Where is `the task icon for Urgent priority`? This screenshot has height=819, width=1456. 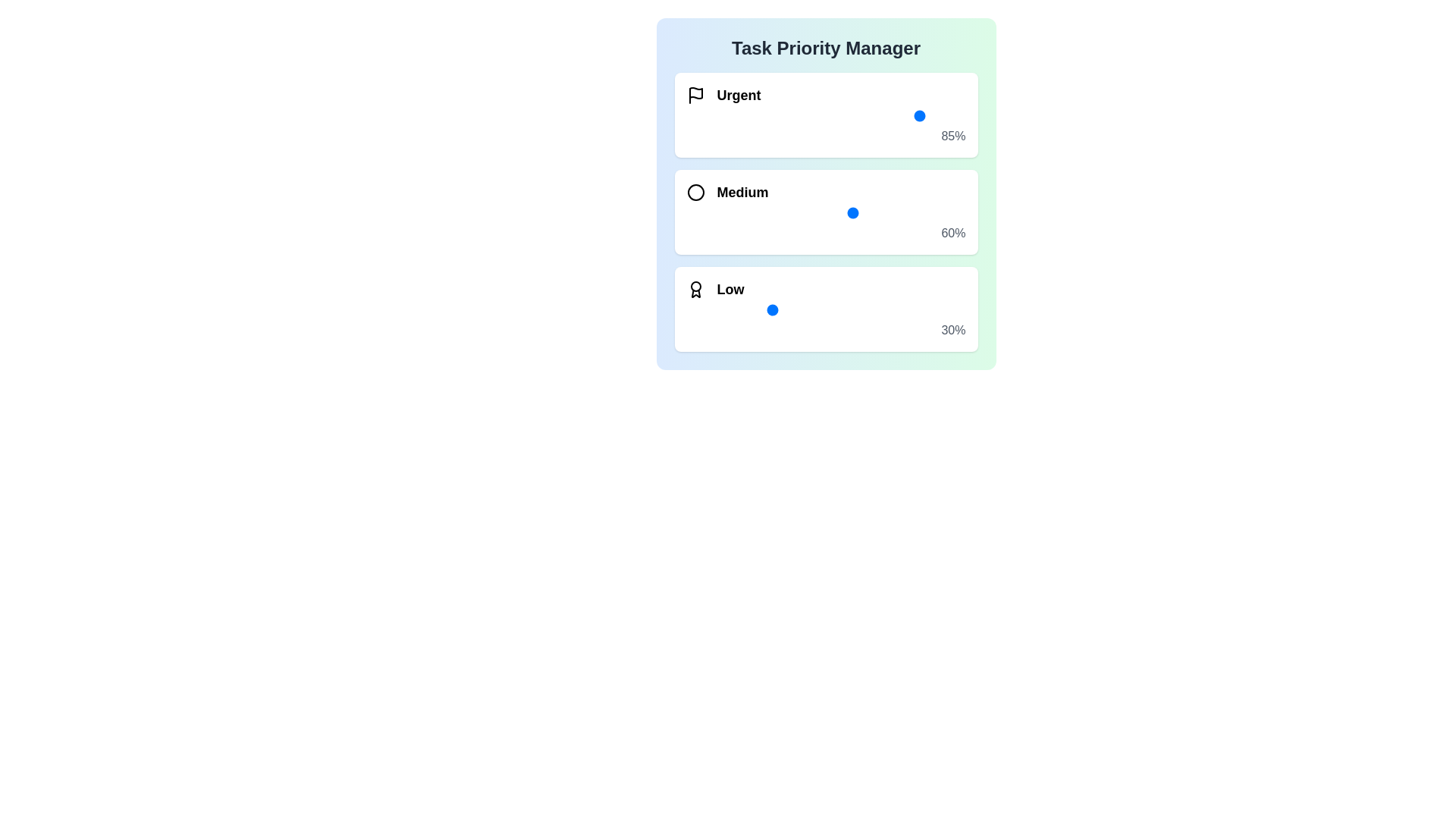 the task icon for Urgent priority is located at coordinates (695, 96).